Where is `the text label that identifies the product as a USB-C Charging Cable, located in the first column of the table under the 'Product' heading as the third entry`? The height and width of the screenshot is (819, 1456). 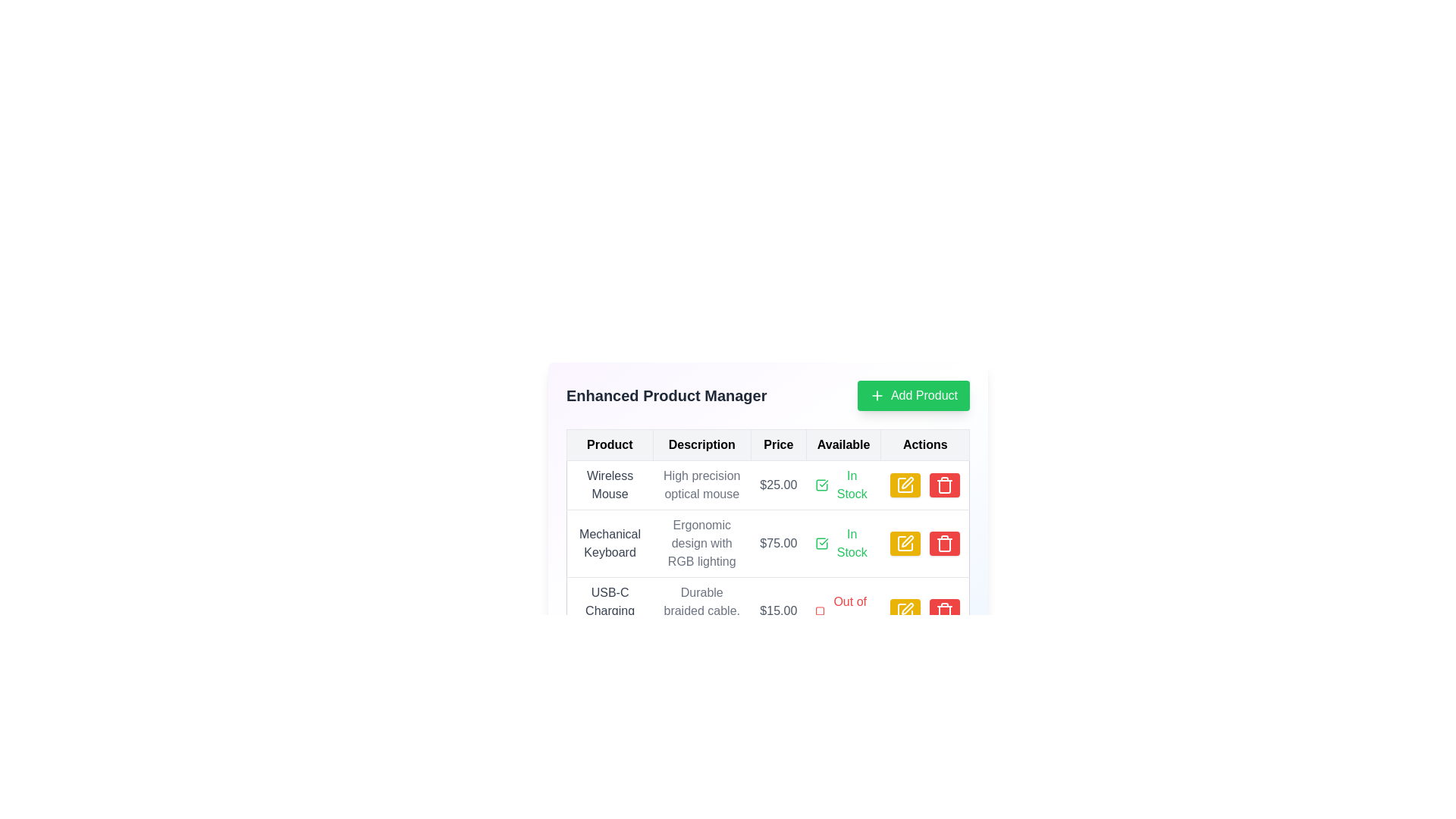
the text label that identifies the product as a USB-C Charging Cable, located in the first column of the table under the 'Product' heading as the third entry is located at coordinates (610, 610).